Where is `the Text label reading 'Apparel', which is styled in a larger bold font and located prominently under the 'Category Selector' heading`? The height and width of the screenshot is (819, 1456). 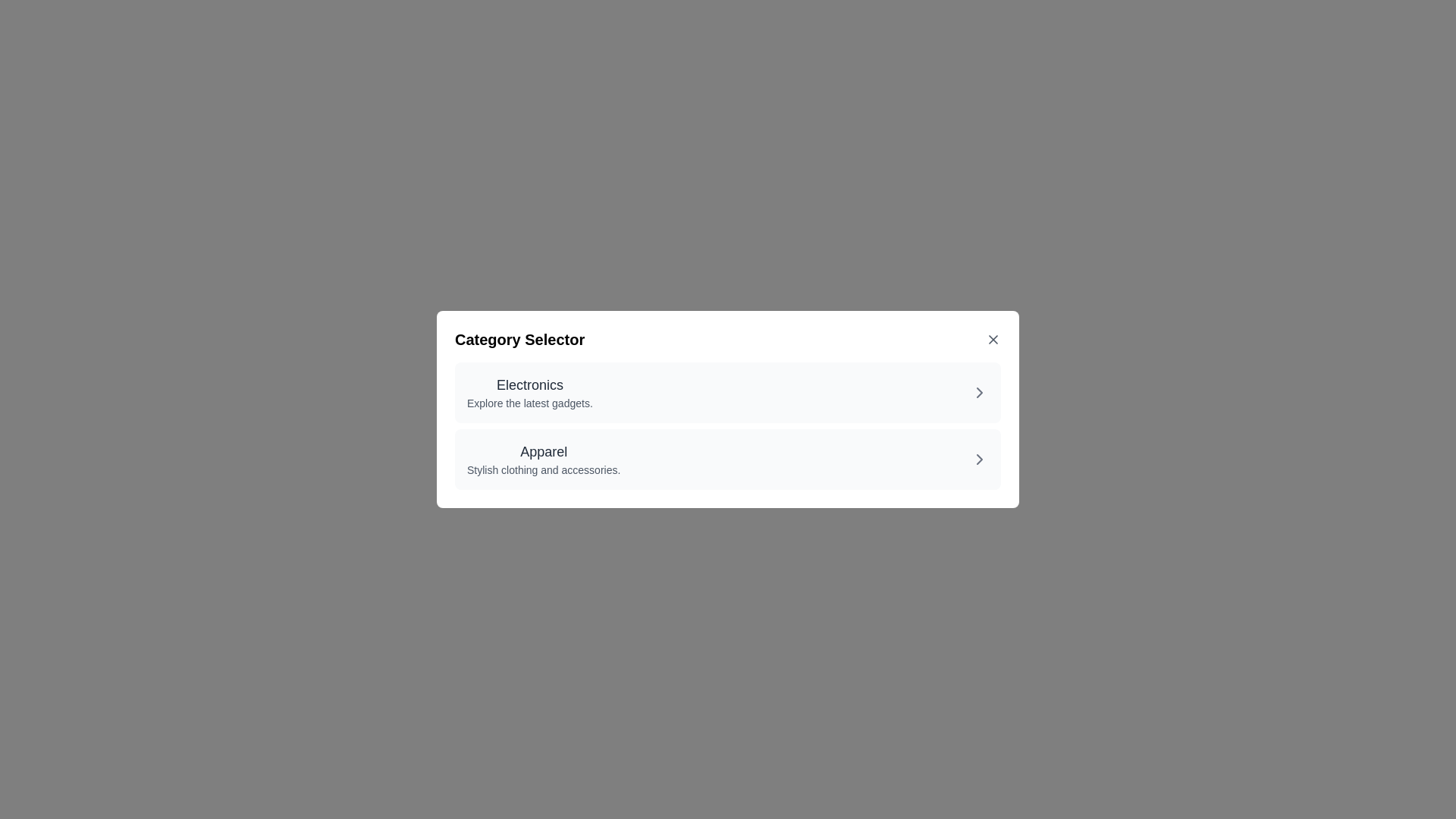 the Text label reading 'Apparel', which is styled in a larger bold font and located prominently under the 'Category Selector' heading is located at coordinates (544, 451).